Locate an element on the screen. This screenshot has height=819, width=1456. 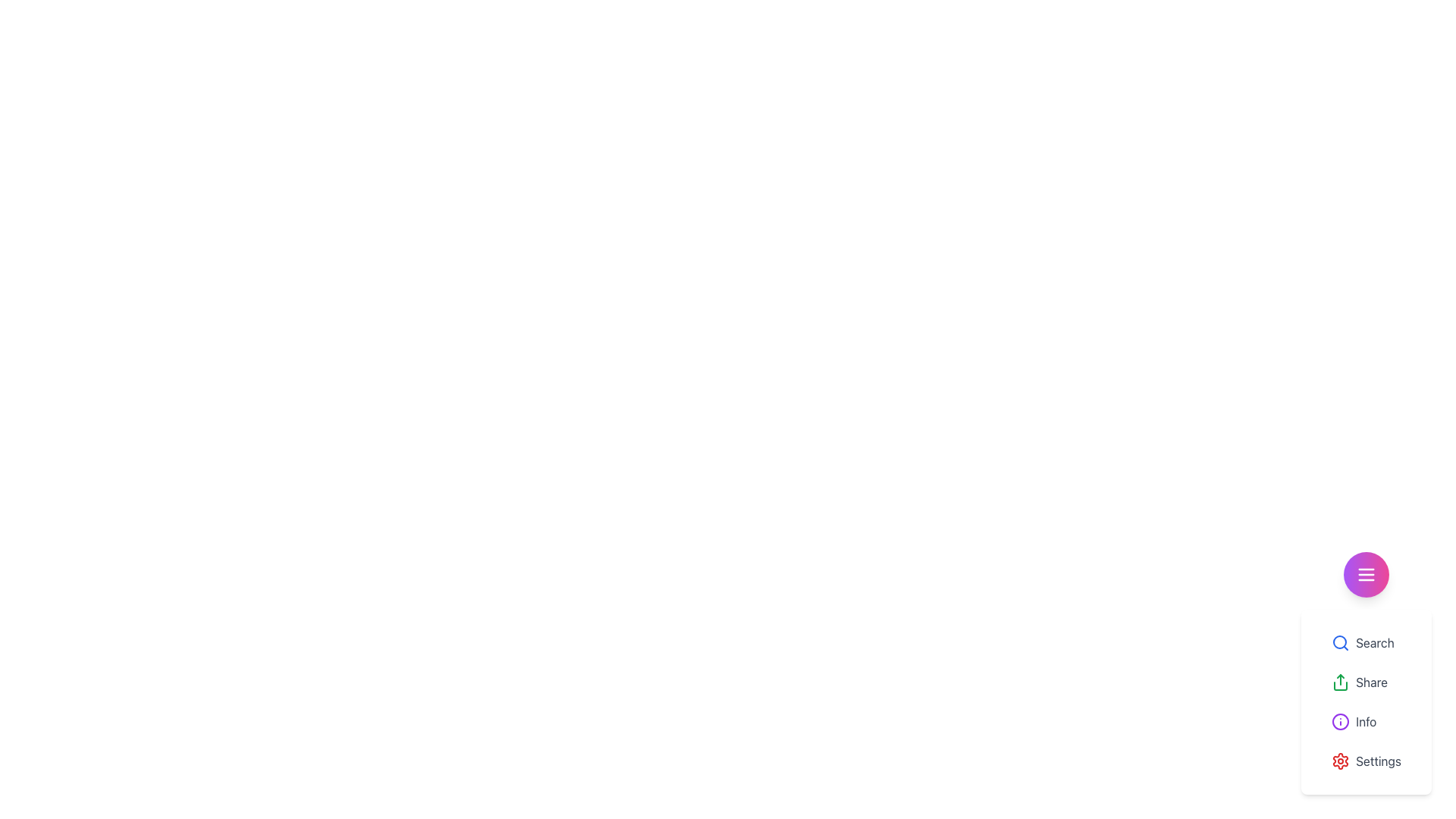
the 'Settings' button, which features a red gear icon and gray text, located as the last item in a vertical list within a white card is located at coordinates (1367, 761).